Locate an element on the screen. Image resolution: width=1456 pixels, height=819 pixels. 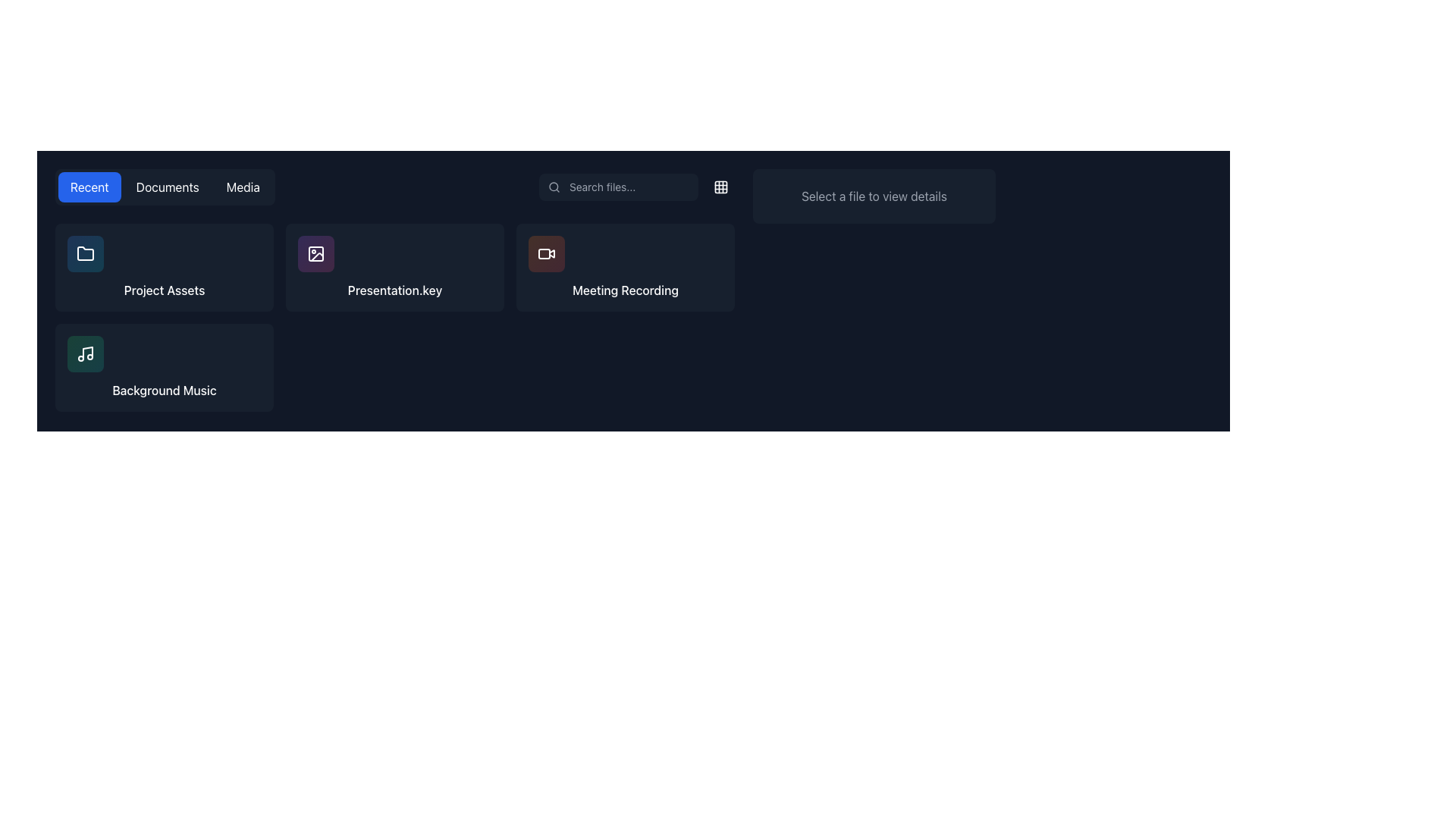
the folder icon with a gradient-filled circular background, located in the first tile from the top-left of the grid layout, above the text label 'Project Assets' is located at coordinates (85, 253).